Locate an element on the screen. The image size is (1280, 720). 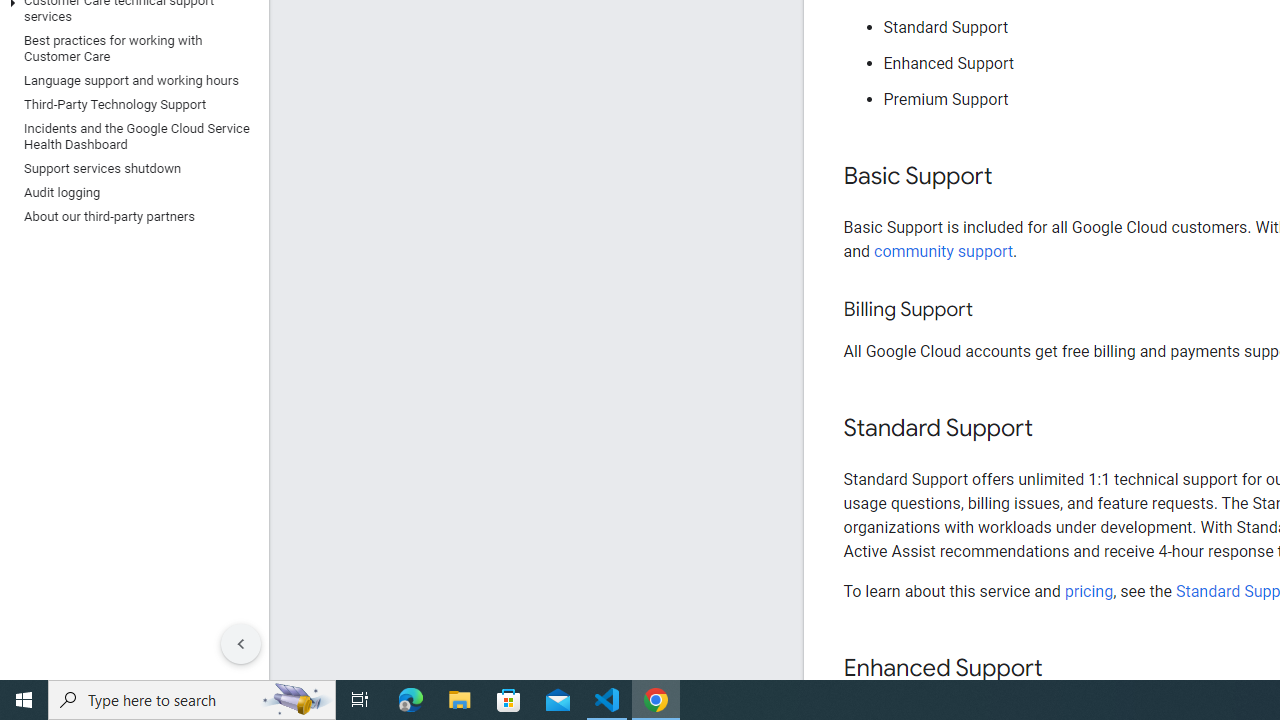
'Support services shutdown' is located at coordinates (129, 167).